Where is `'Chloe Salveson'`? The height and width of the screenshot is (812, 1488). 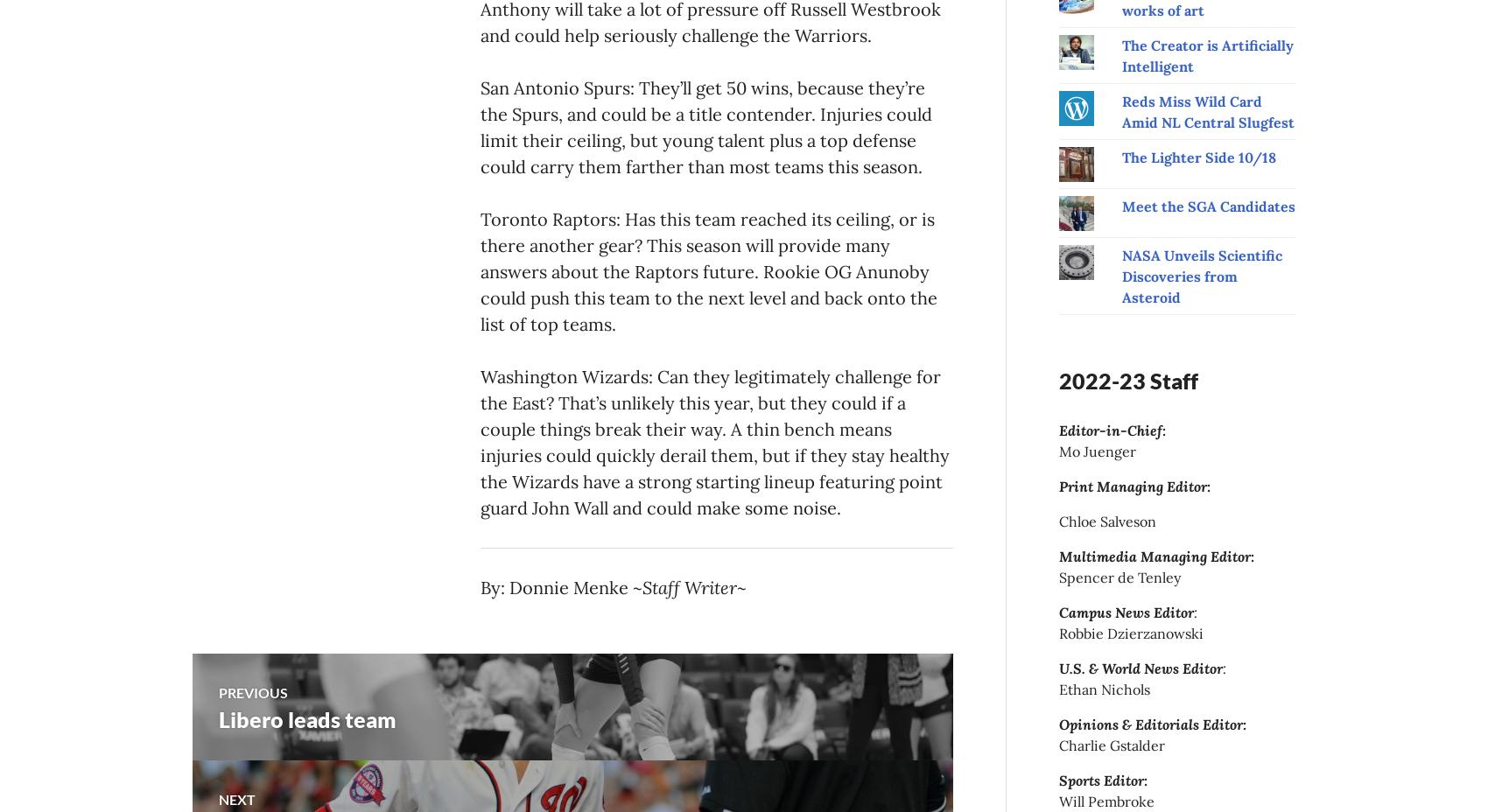 'Chloe Salveson' is located at coordinates (1106, 521).